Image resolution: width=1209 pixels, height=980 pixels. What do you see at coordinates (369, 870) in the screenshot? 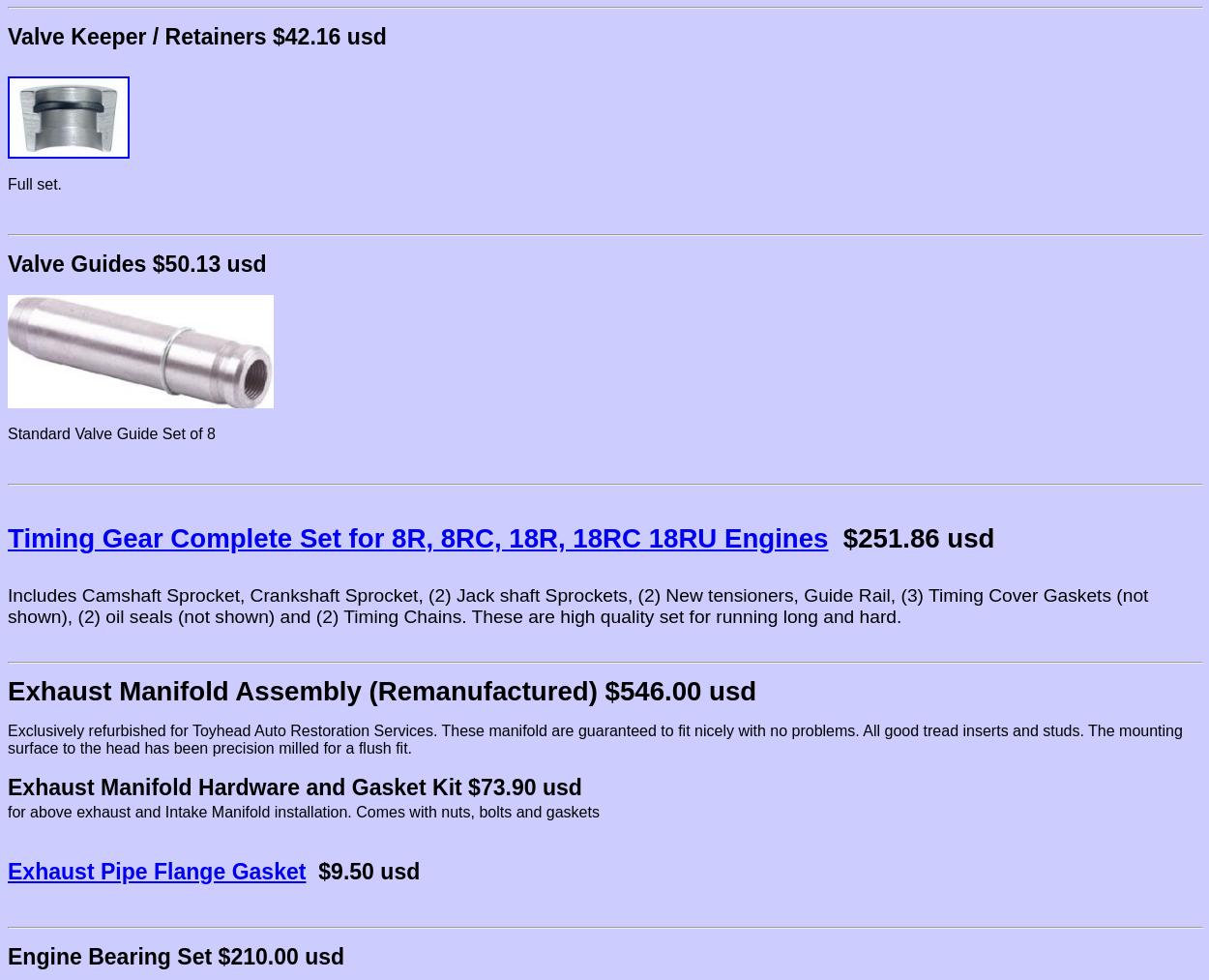
I see `'$9.50







                usd'` at bounding box center [369, 870].